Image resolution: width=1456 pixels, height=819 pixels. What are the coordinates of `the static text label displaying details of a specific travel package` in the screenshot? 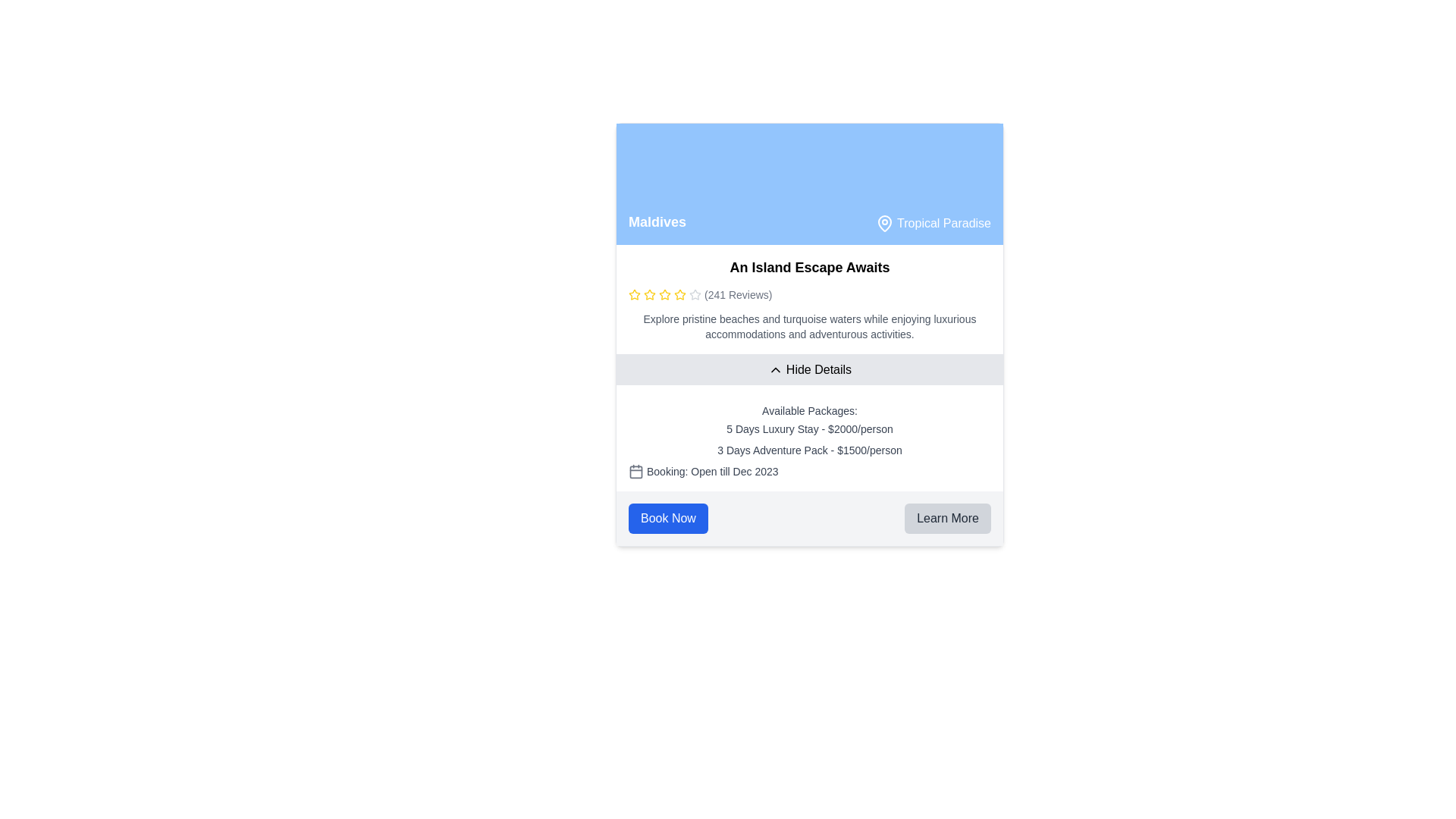 It's located at (809, 429).